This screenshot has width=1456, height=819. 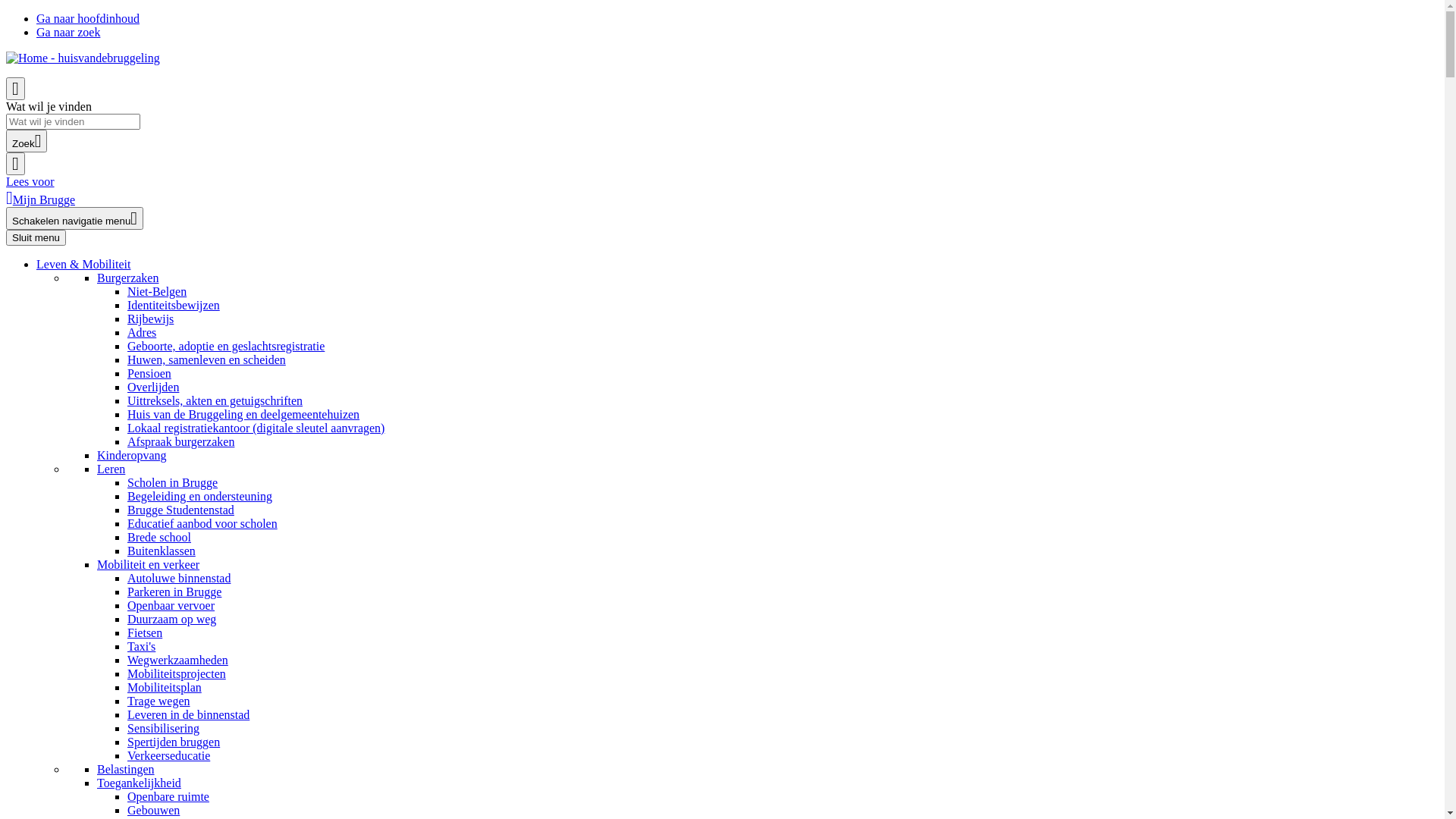 I want to click on 'Begeleiding en ondersteuning', so click(x=127, y=496).